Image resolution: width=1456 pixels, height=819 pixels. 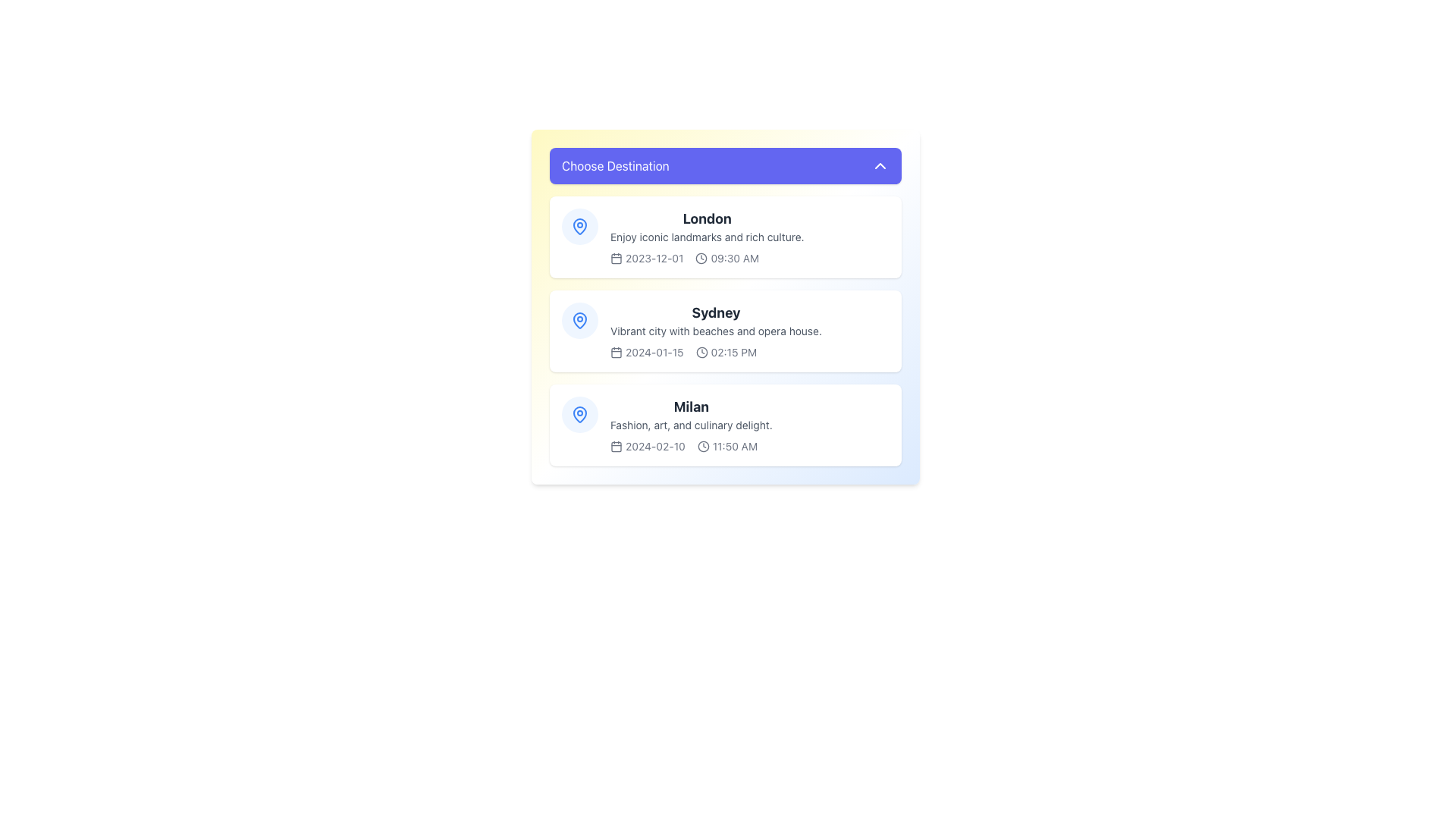 What do you see at coordinates (691, 425) in the screenshot?
I see `the descriptive text label that provides additional details about the location 'Milan', located in the bottom card of the list of destinations` at bounding box center [691, 425].